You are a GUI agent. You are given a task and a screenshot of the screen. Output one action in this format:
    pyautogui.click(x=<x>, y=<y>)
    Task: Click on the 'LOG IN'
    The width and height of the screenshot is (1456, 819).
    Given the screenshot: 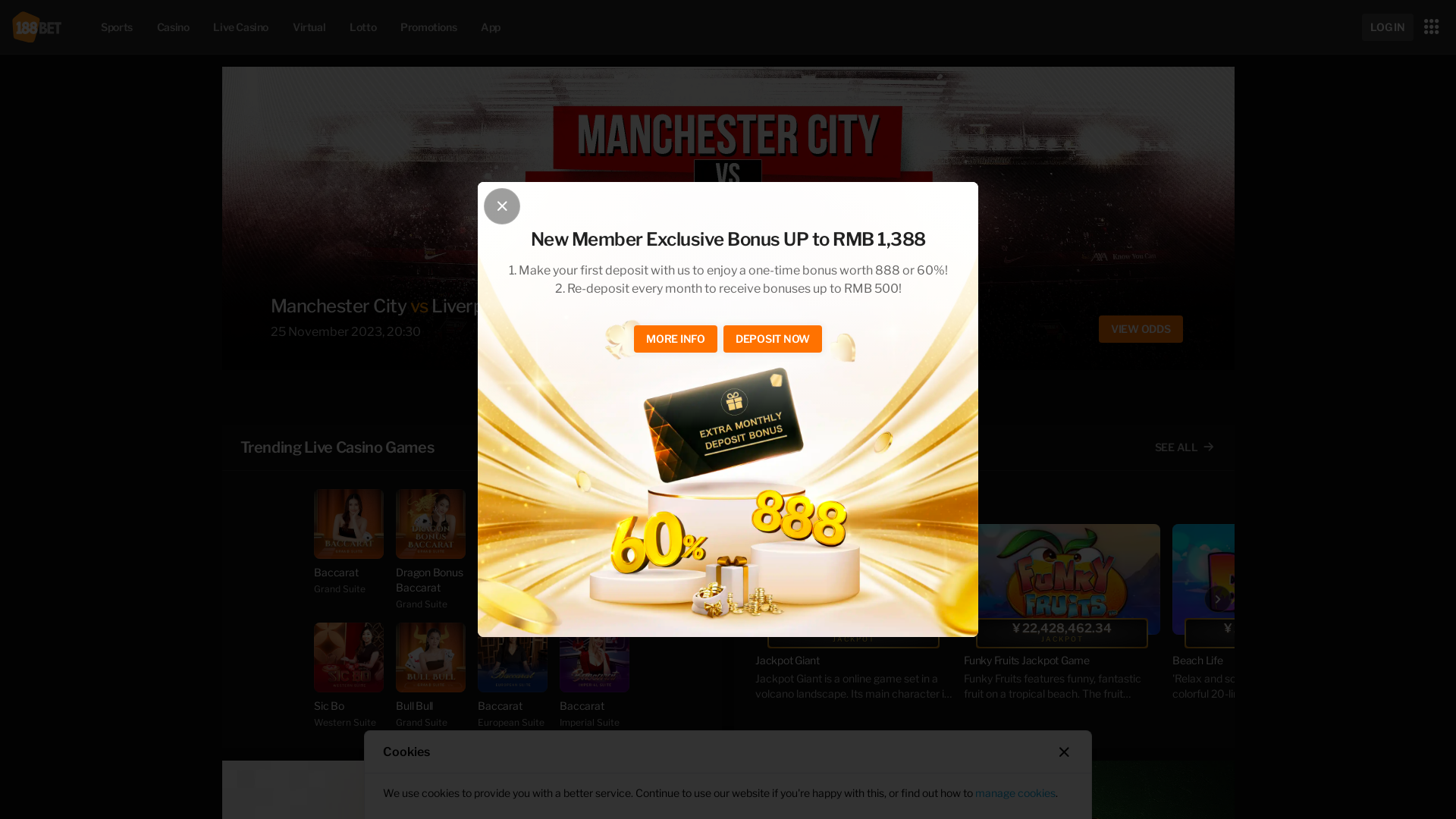 What is the action you would take?
    pyautogui.click(x=1361, y=27)
    